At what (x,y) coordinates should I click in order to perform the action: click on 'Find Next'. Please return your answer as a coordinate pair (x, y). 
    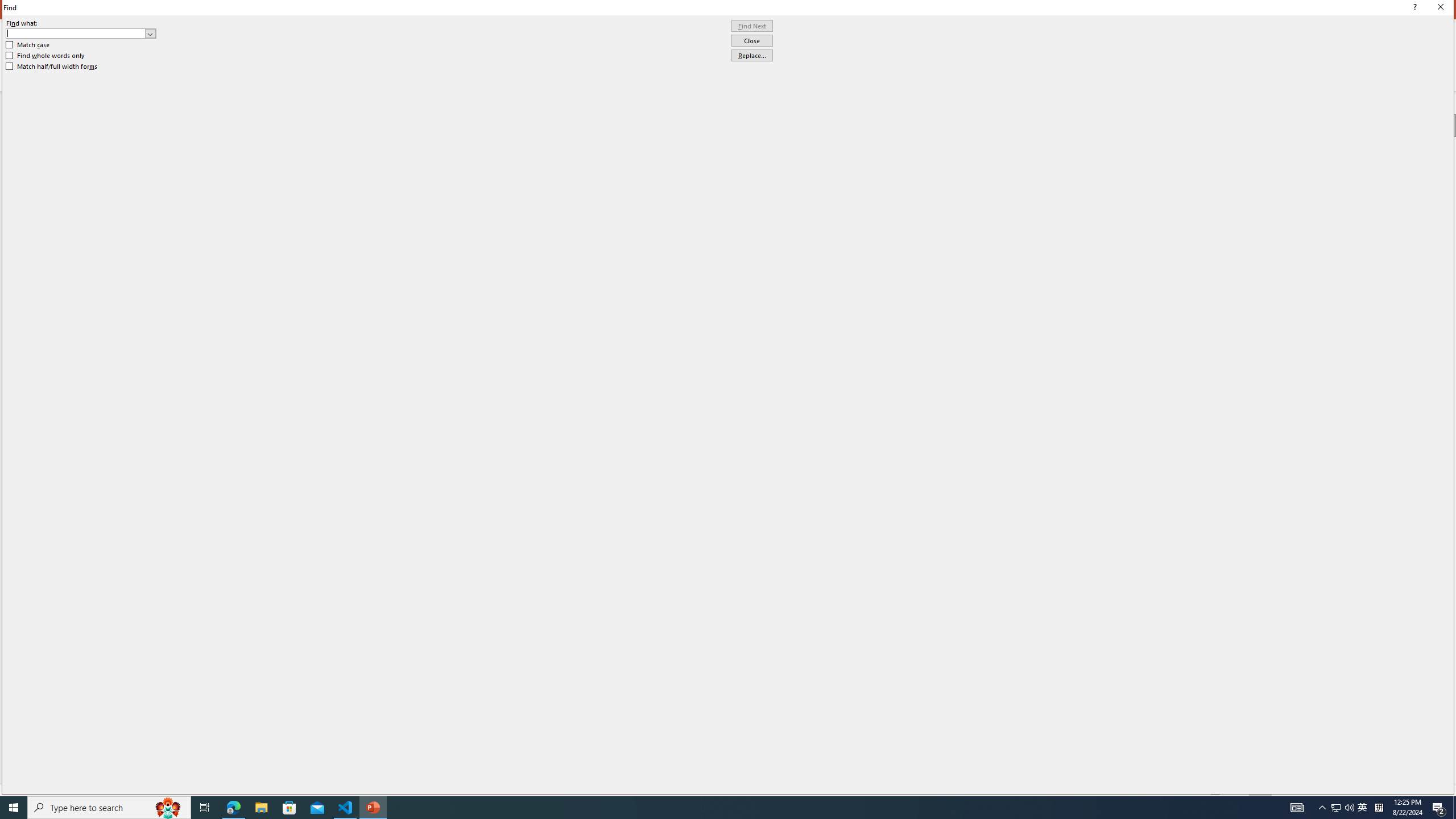
    Looking at the image, I should click on (751, 26).